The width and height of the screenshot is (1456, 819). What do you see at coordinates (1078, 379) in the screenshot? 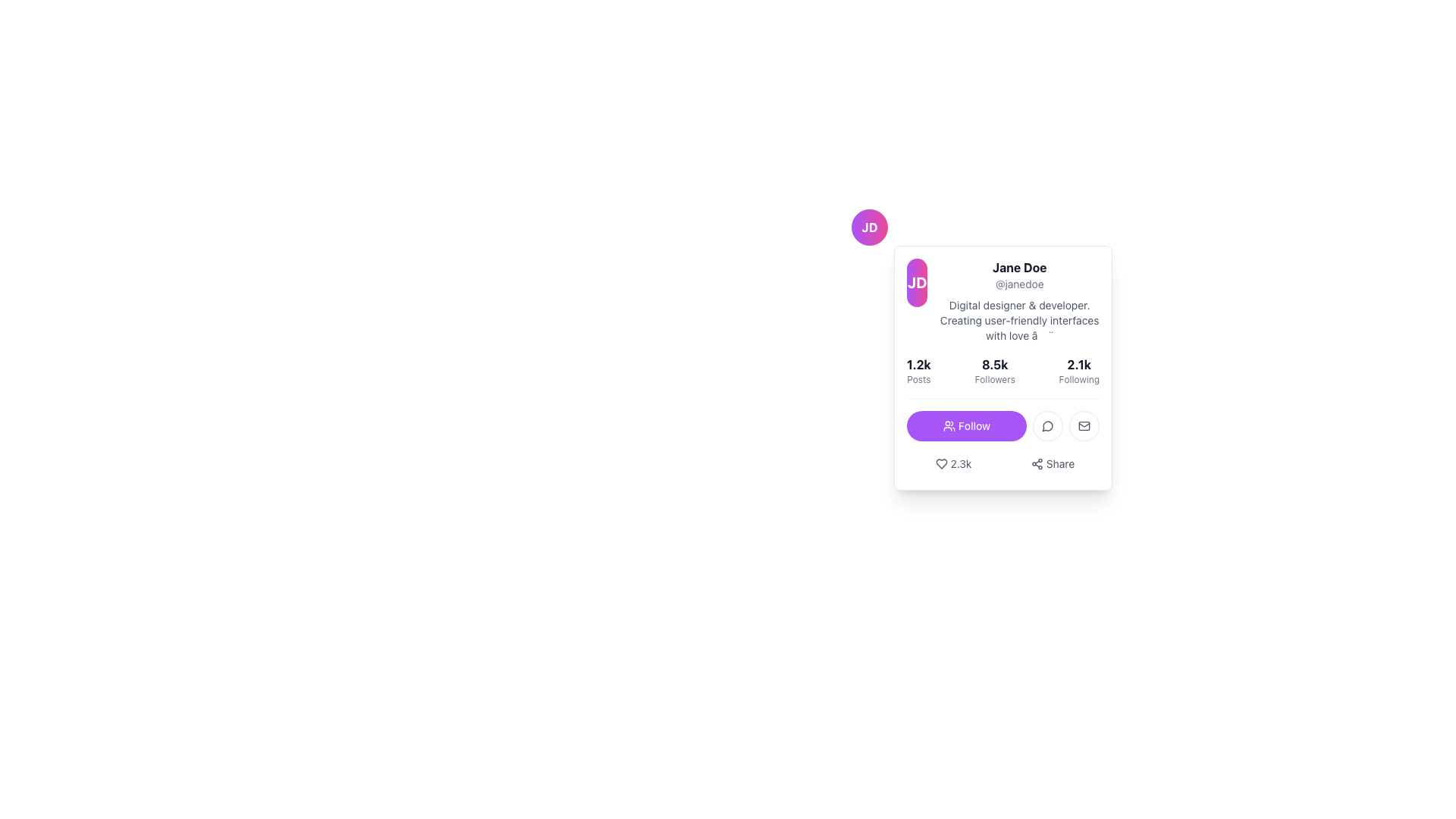
I see `the static label text indicating 'Following', which is located under the '2.1k' number in the profile card layout` at bounding box center [1078, 379].